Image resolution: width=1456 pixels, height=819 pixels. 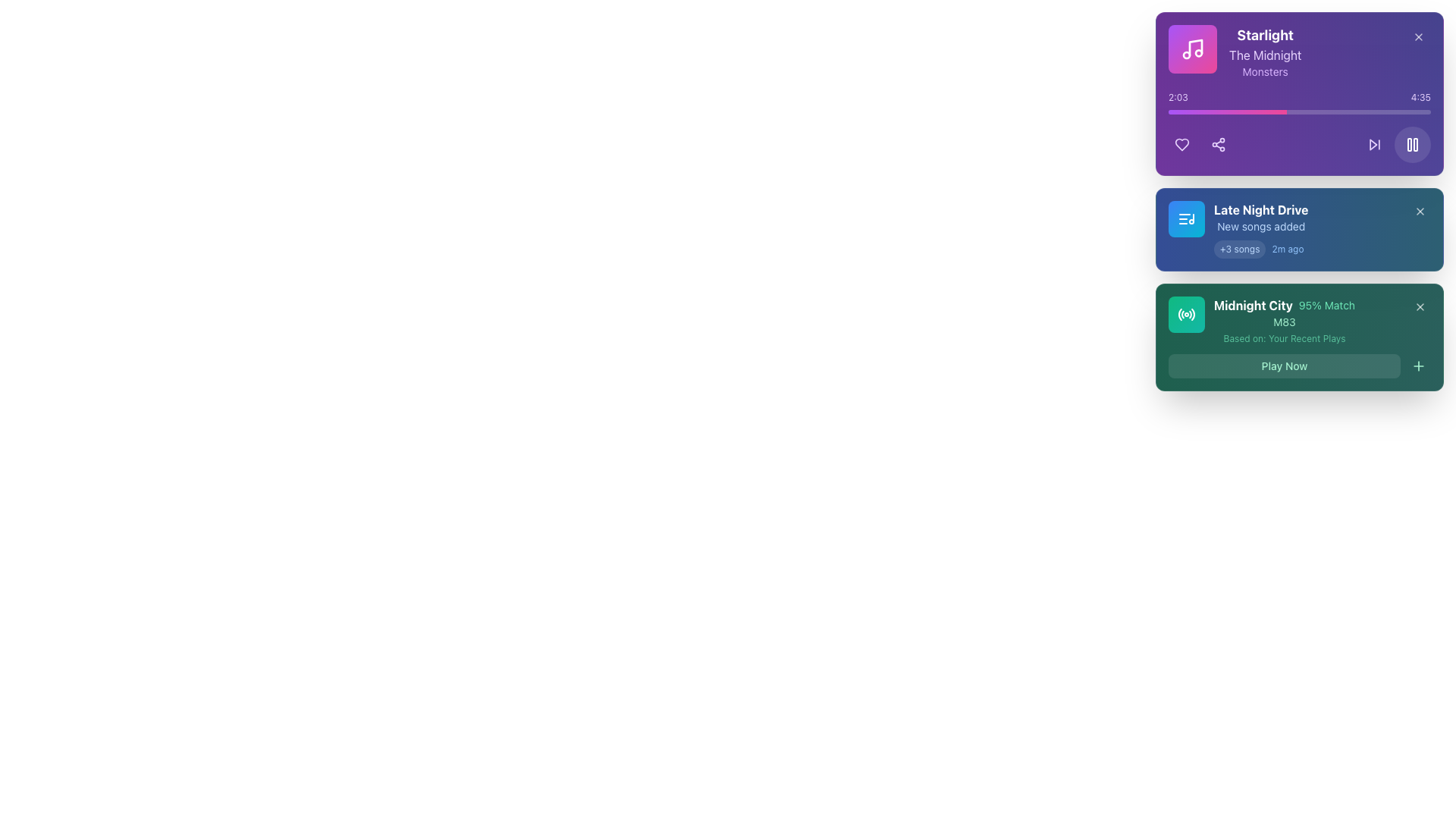 What do you see at coordinates (1418, 36) in the screenshot?
I see `the close button represented as an 'X' icon at the top-right corner of the purple notification card titled 'Starlight'` at bounding box center [1418, 36].